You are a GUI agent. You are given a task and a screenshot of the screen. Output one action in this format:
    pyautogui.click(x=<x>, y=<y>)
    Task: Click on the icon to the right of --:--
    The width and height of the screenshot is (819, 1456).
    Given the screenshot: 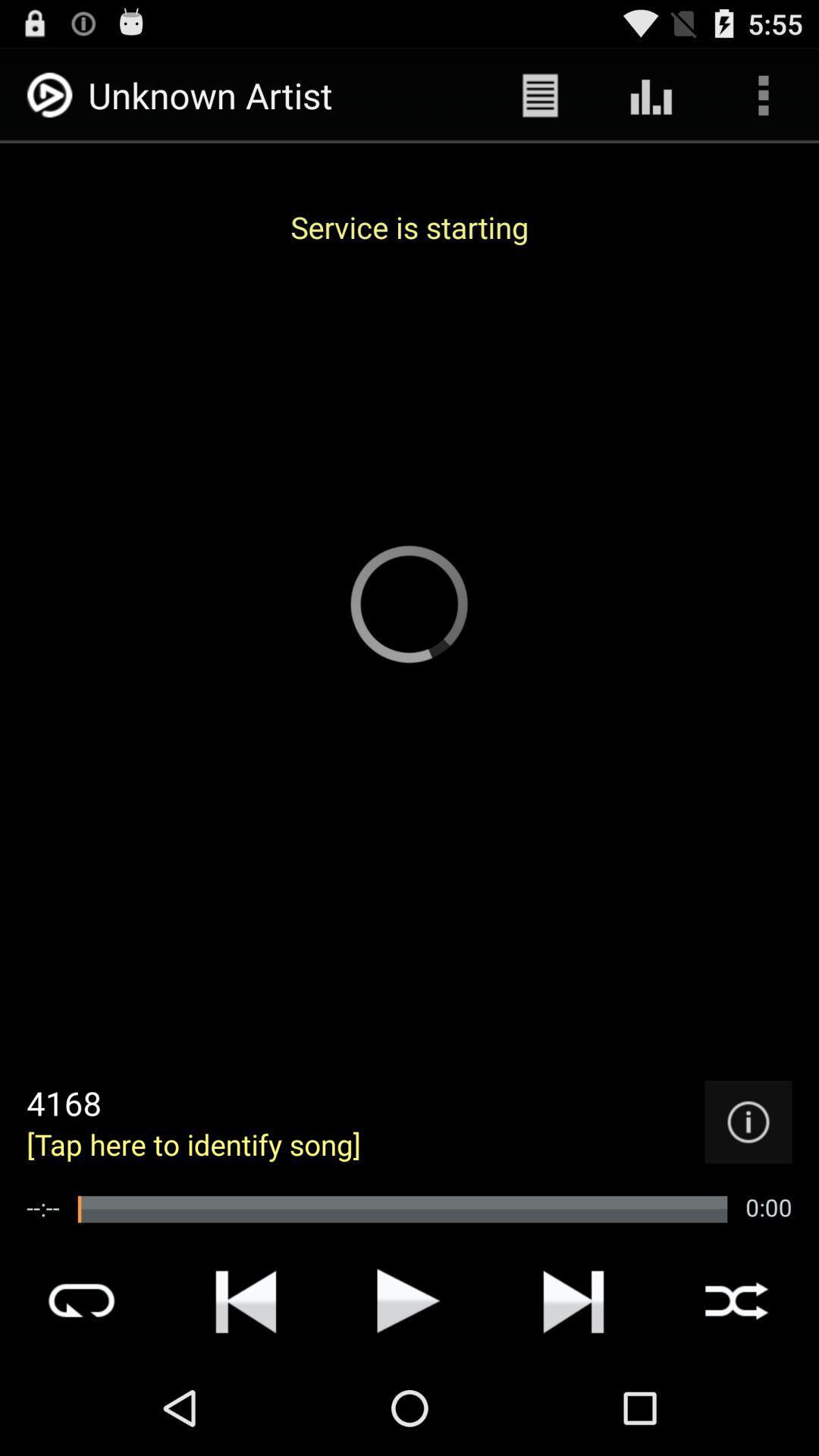 What is the action you would take?
    pyautogui.click(x=402, y=1208)
    